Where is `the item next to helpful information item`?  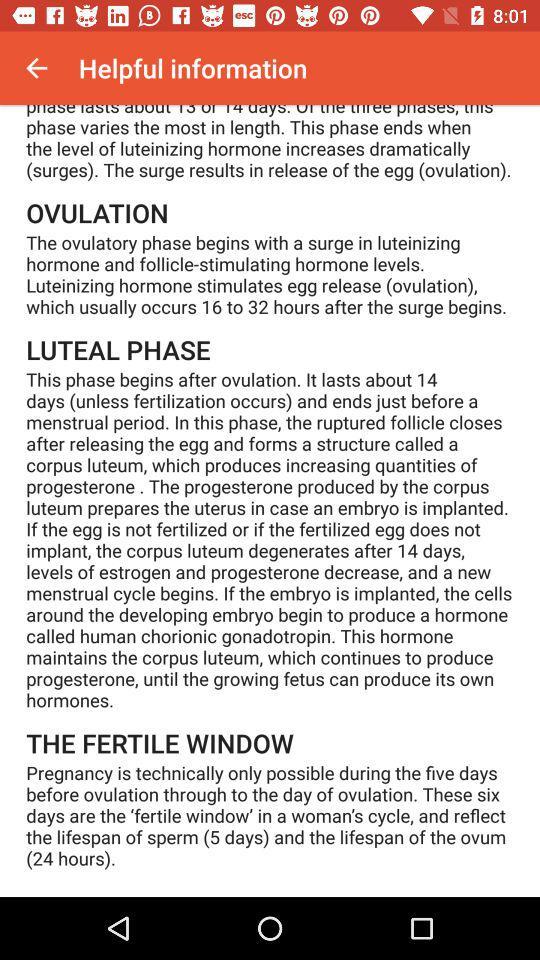 the item next to helpful information item is located at coordinates (36, 68).